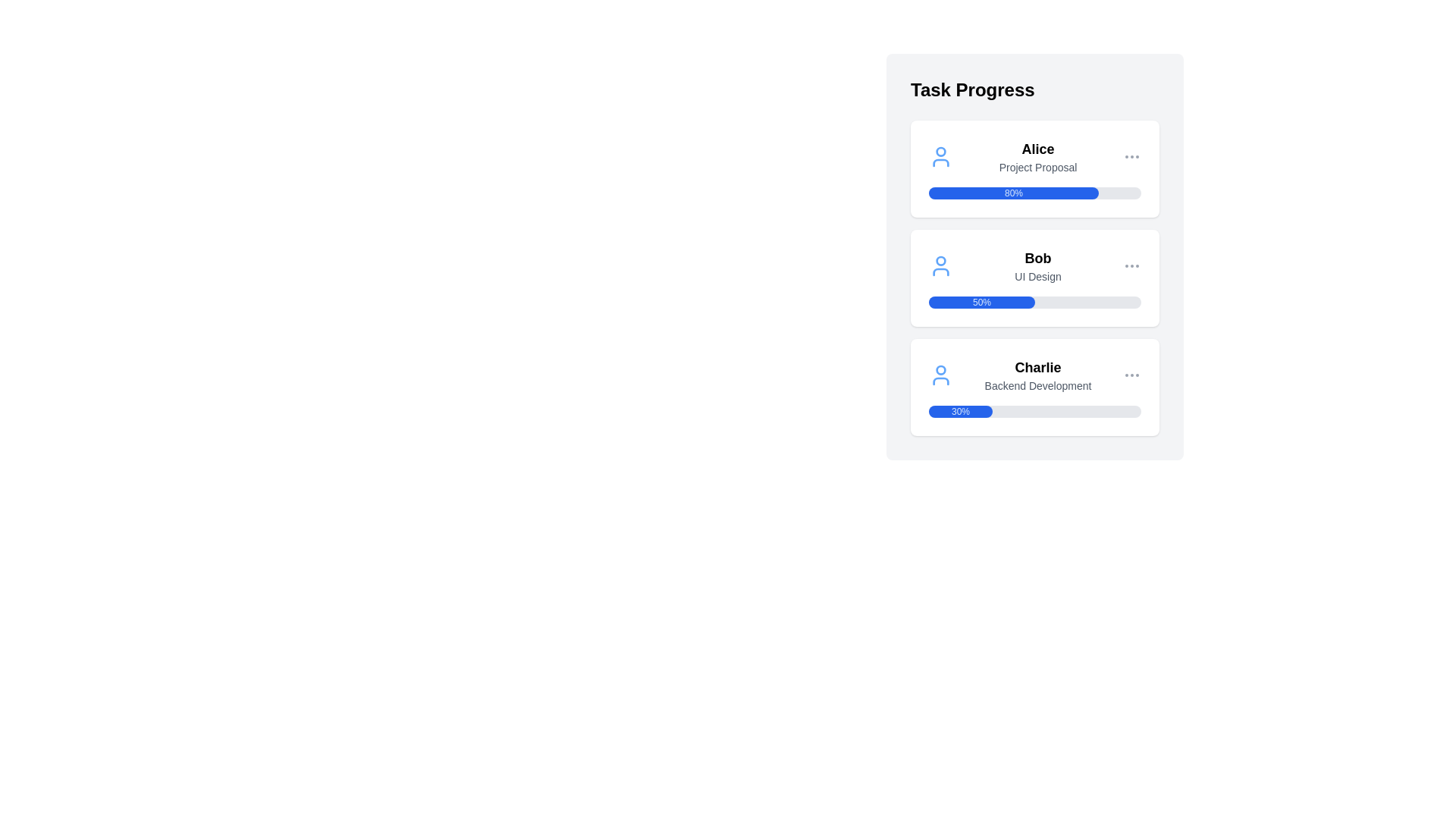 The image size is (1456, 819). What do you see at coordinates (940, 259) in the screenshot?
I see `the SVG circle graphic representing the user icon next to the name 'Bob' in the task list` at bounding box center [940, 259].